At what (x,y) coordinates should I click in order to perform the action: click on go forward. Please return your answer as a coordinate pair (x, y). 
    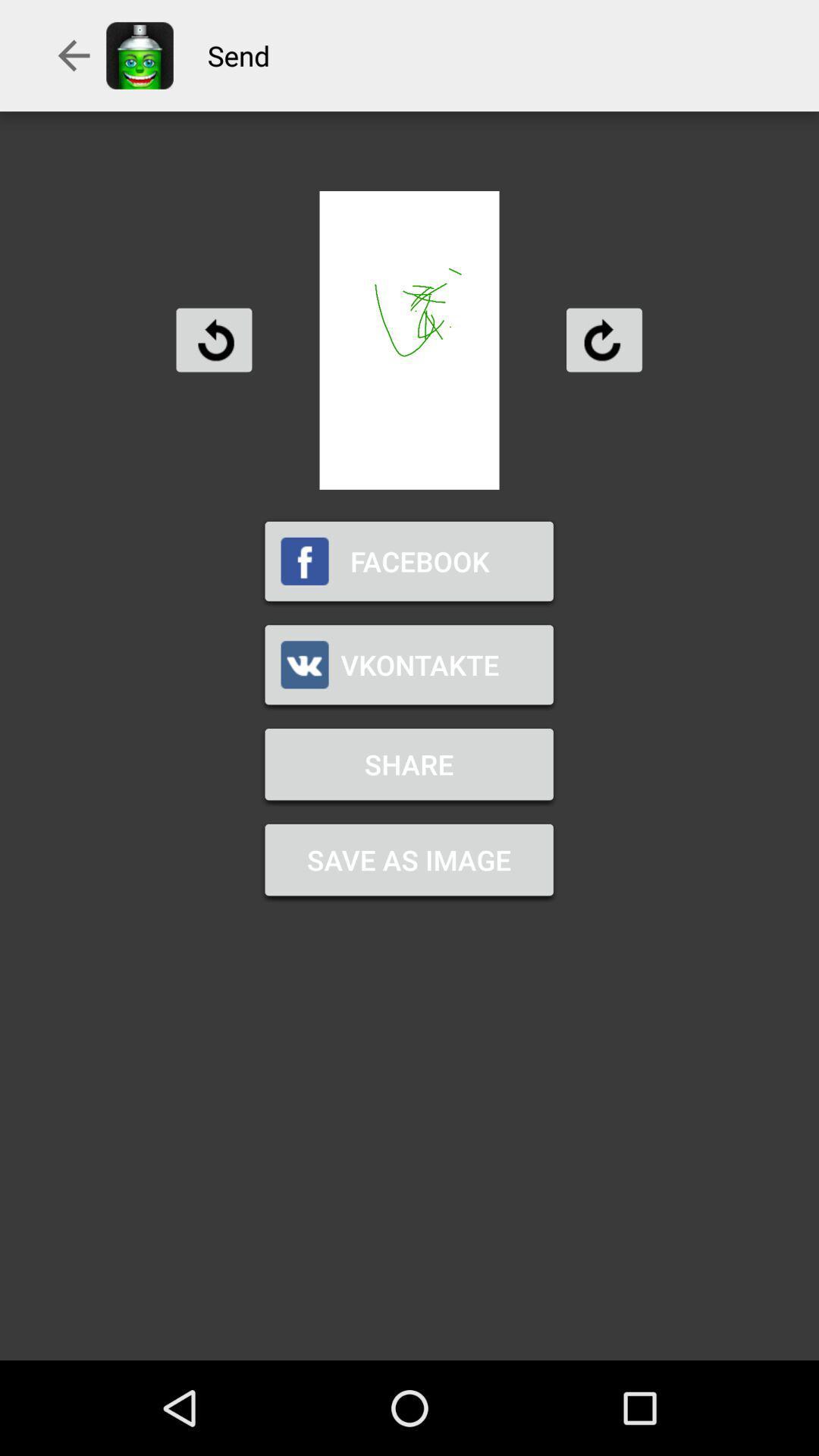
    Looking at the image, I should click on (603, 339).